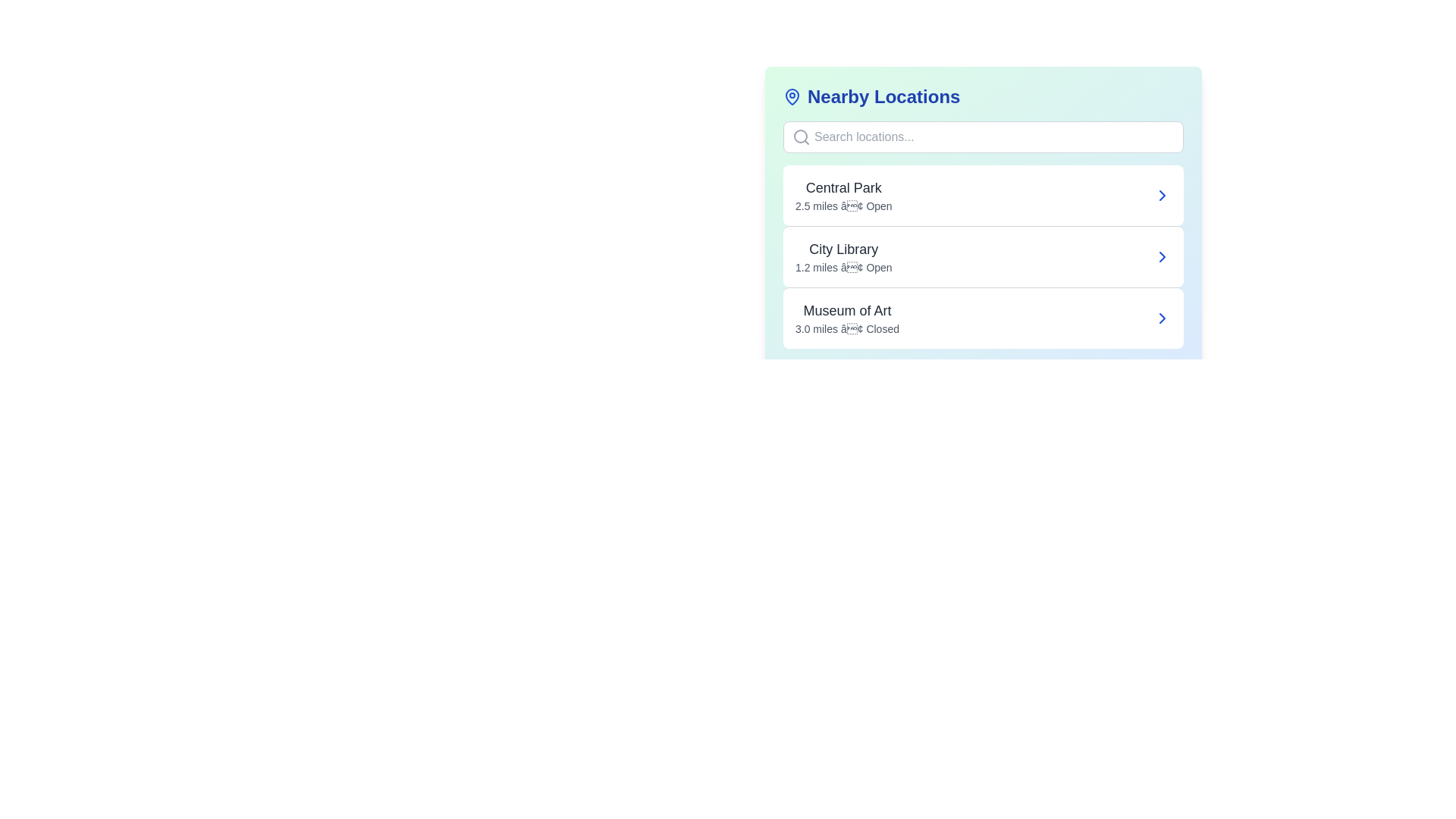 This screenshot has height=819, width=1456. I want to click on the blue map pin icon located to the far left of the 'Nearby Locations' header, so click(792, 96).